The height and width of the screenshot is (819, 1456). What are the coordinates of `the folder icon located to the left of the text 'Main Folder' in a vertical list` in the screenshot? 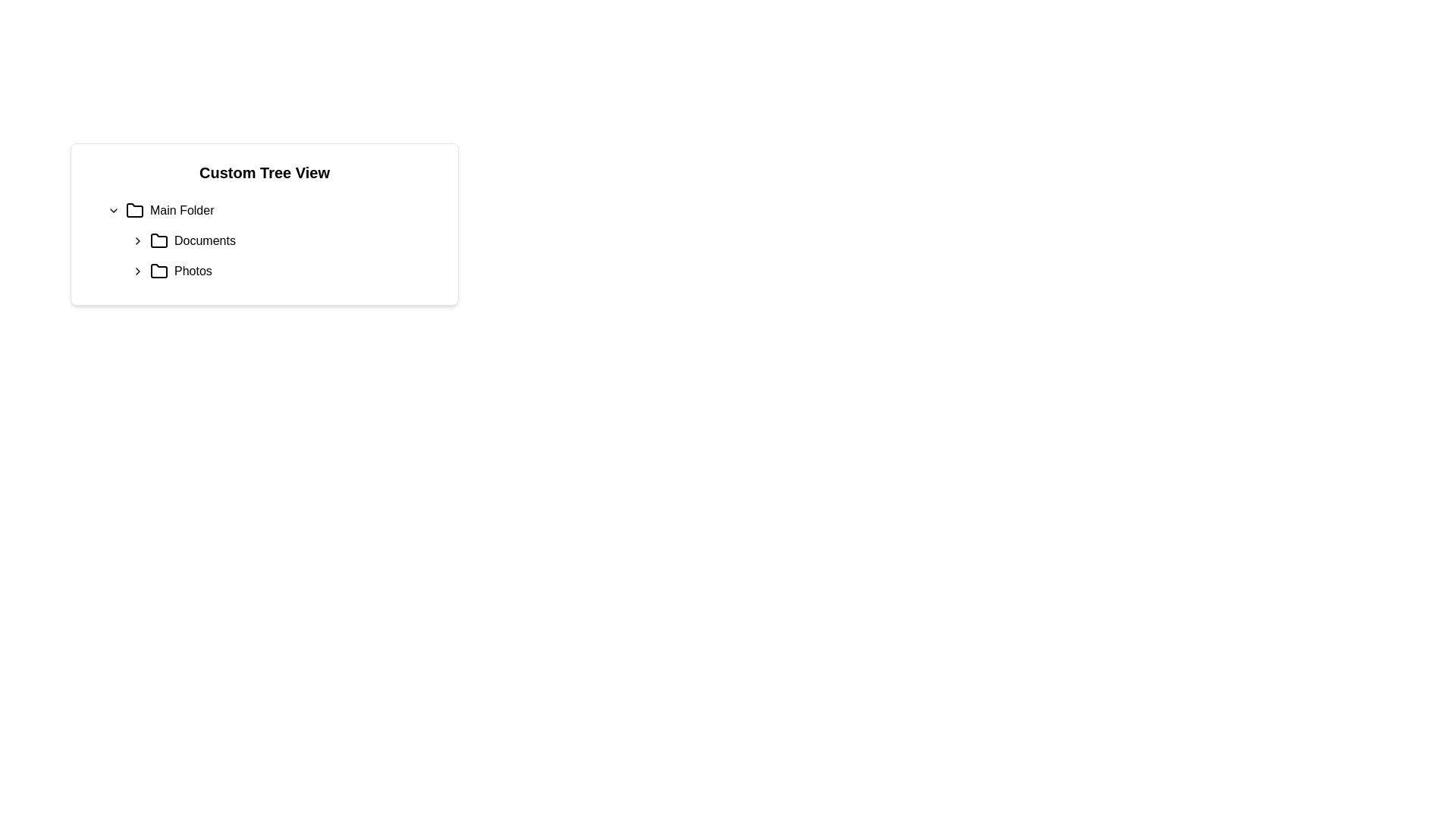 It's located at (134, 210).